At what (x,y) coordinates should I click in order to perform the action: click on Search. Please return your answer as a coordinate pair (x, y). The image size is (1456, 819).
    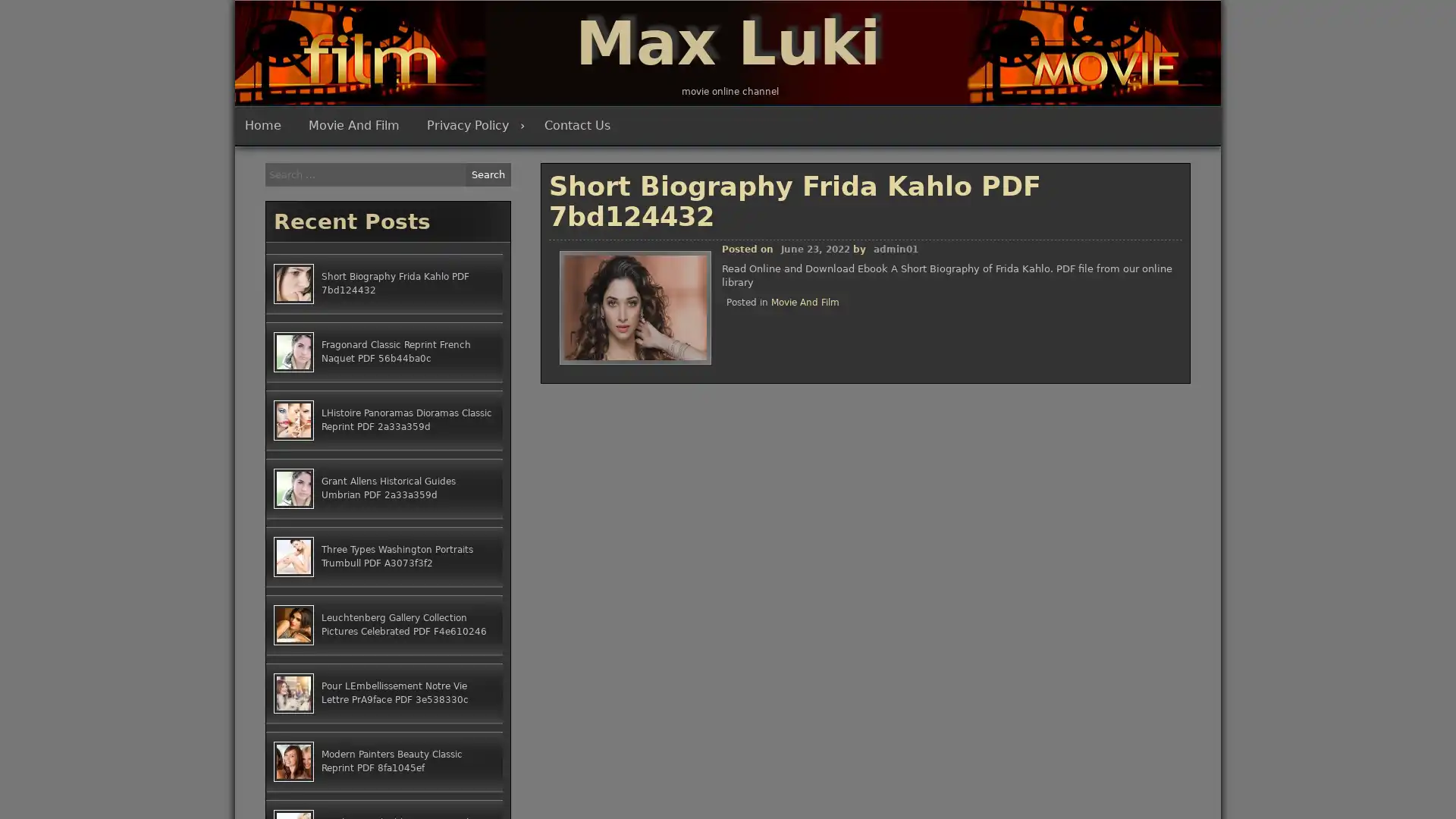
    Looking at the image, I should click on (488, 174).